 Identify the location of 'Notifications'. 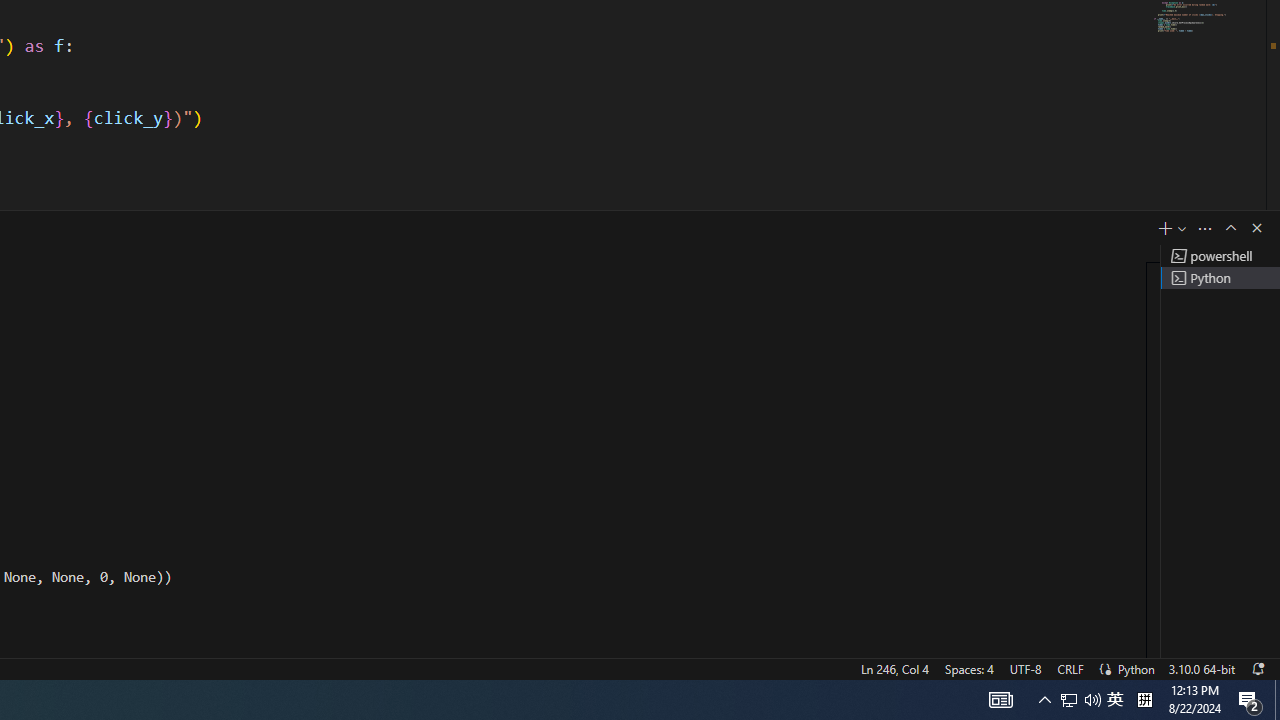
(1256, 668).